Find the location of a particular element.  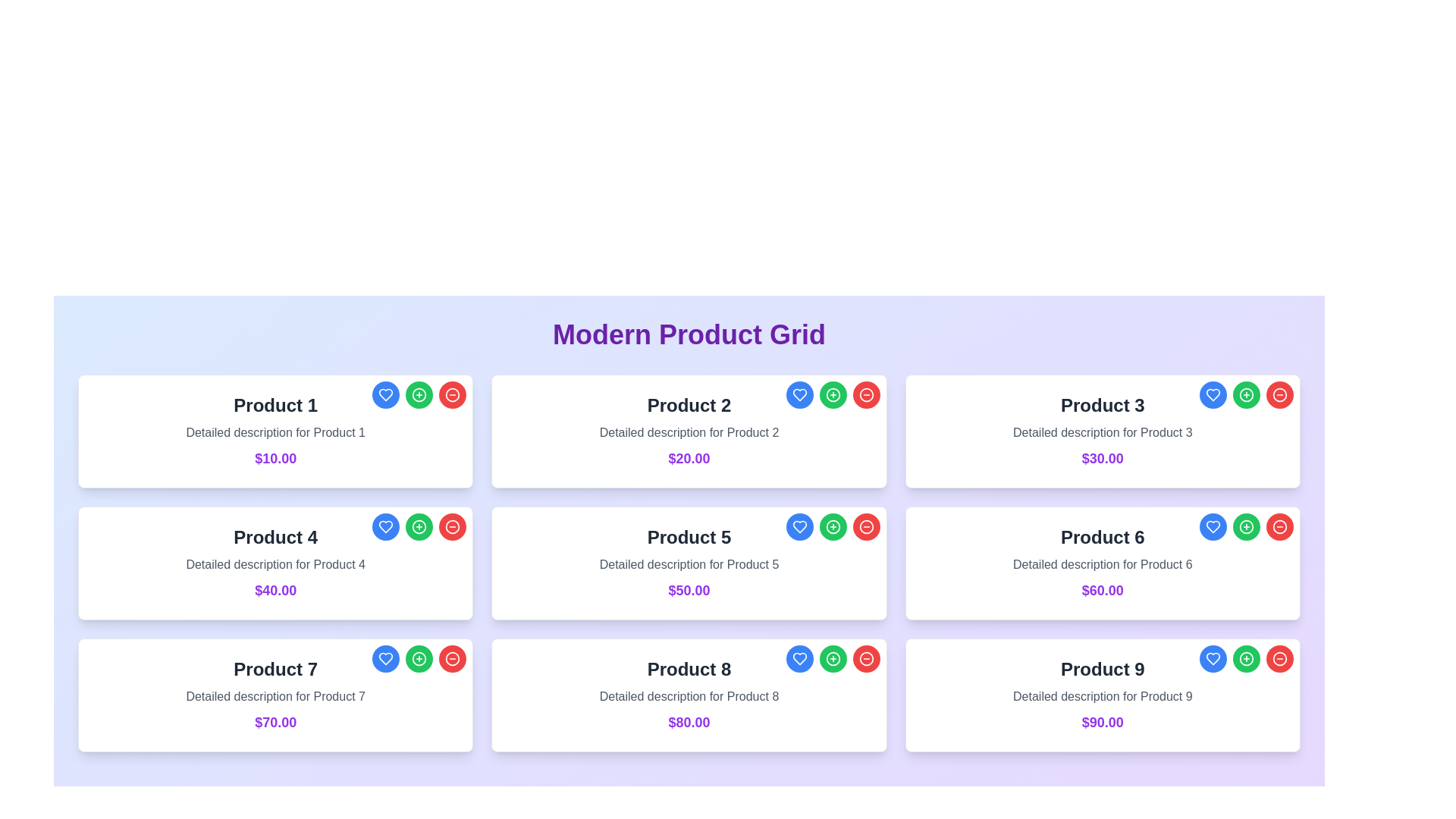

the heart-shaped icon with a blue outline located in the top-left corner of the button group associated with 'Product 7' is located at coordinates (386, 657).